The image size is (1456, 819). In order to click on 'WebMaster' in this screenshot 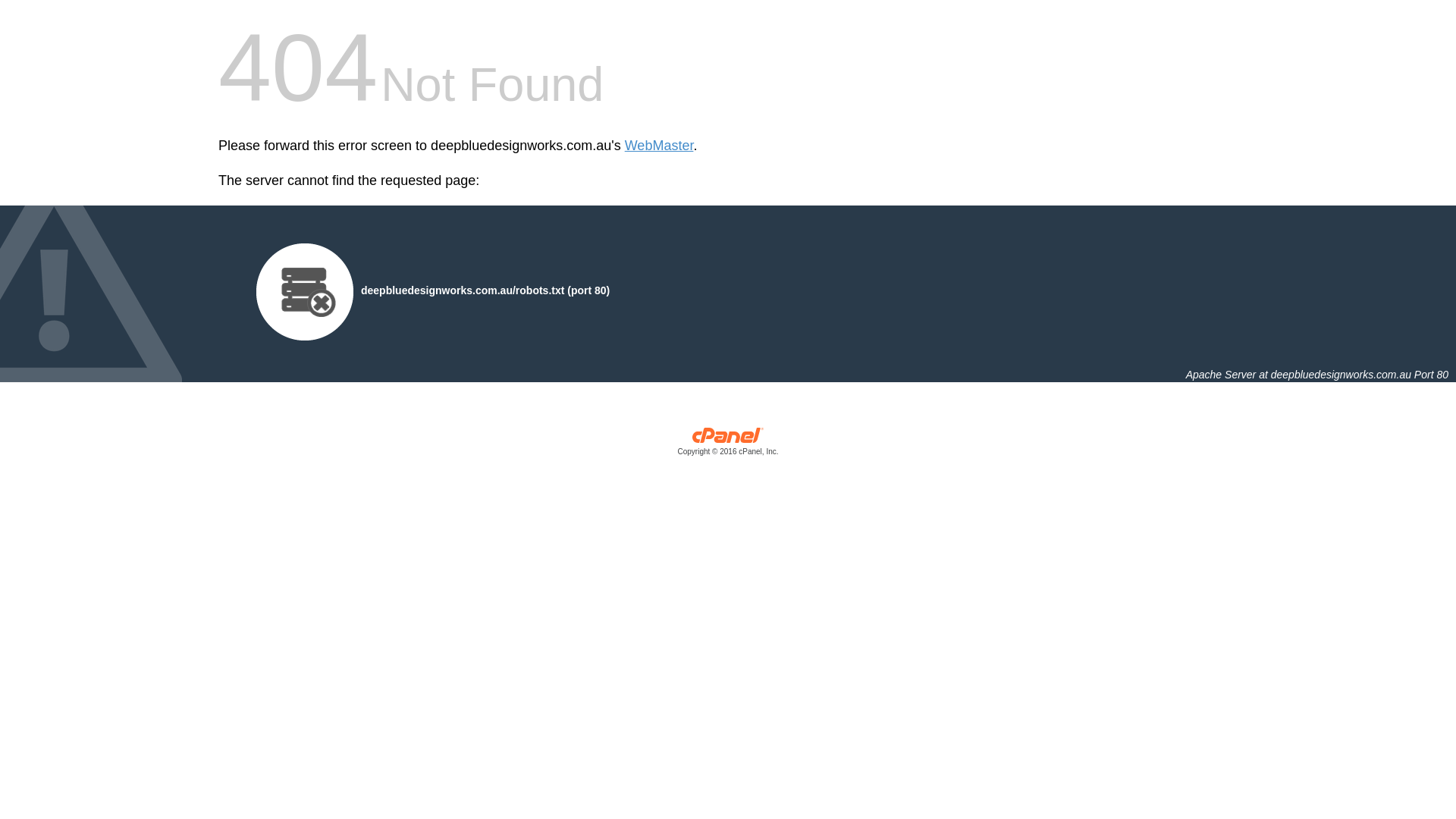, I will do `click(625, 146)`.